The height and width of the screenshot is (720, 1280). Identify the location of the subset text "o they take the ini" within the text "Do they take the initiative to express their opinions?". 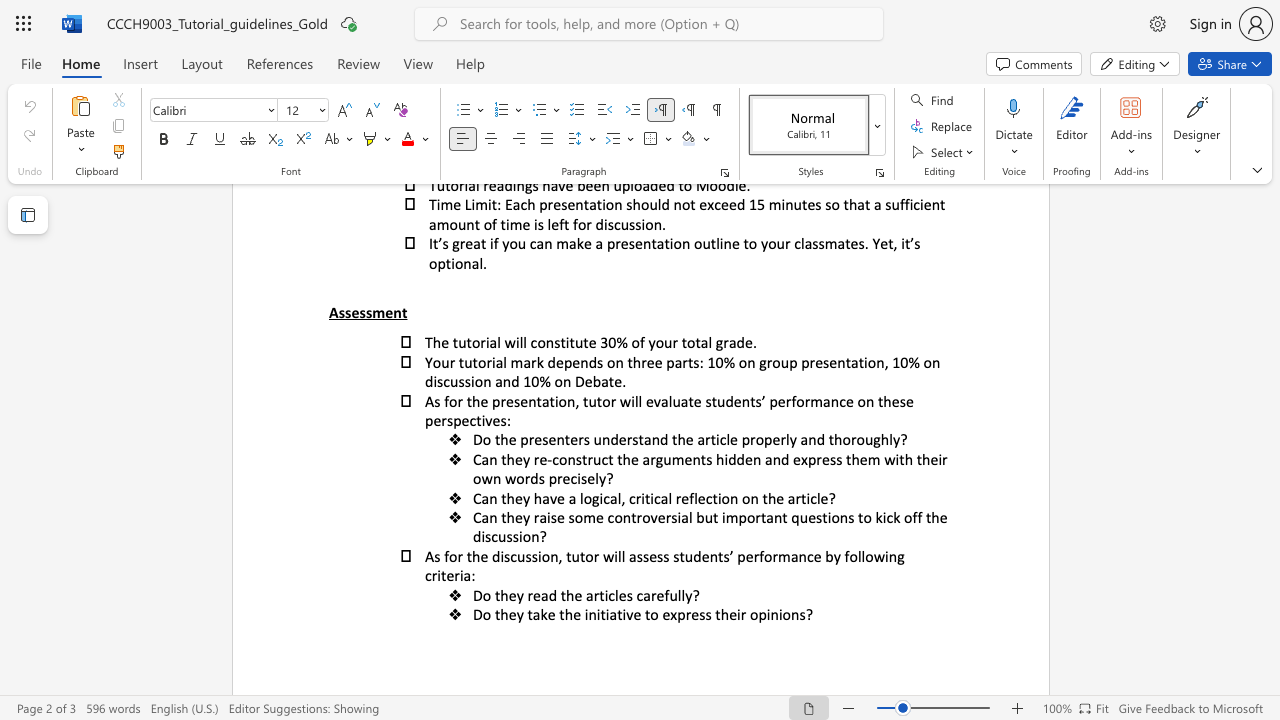
(482, 613).